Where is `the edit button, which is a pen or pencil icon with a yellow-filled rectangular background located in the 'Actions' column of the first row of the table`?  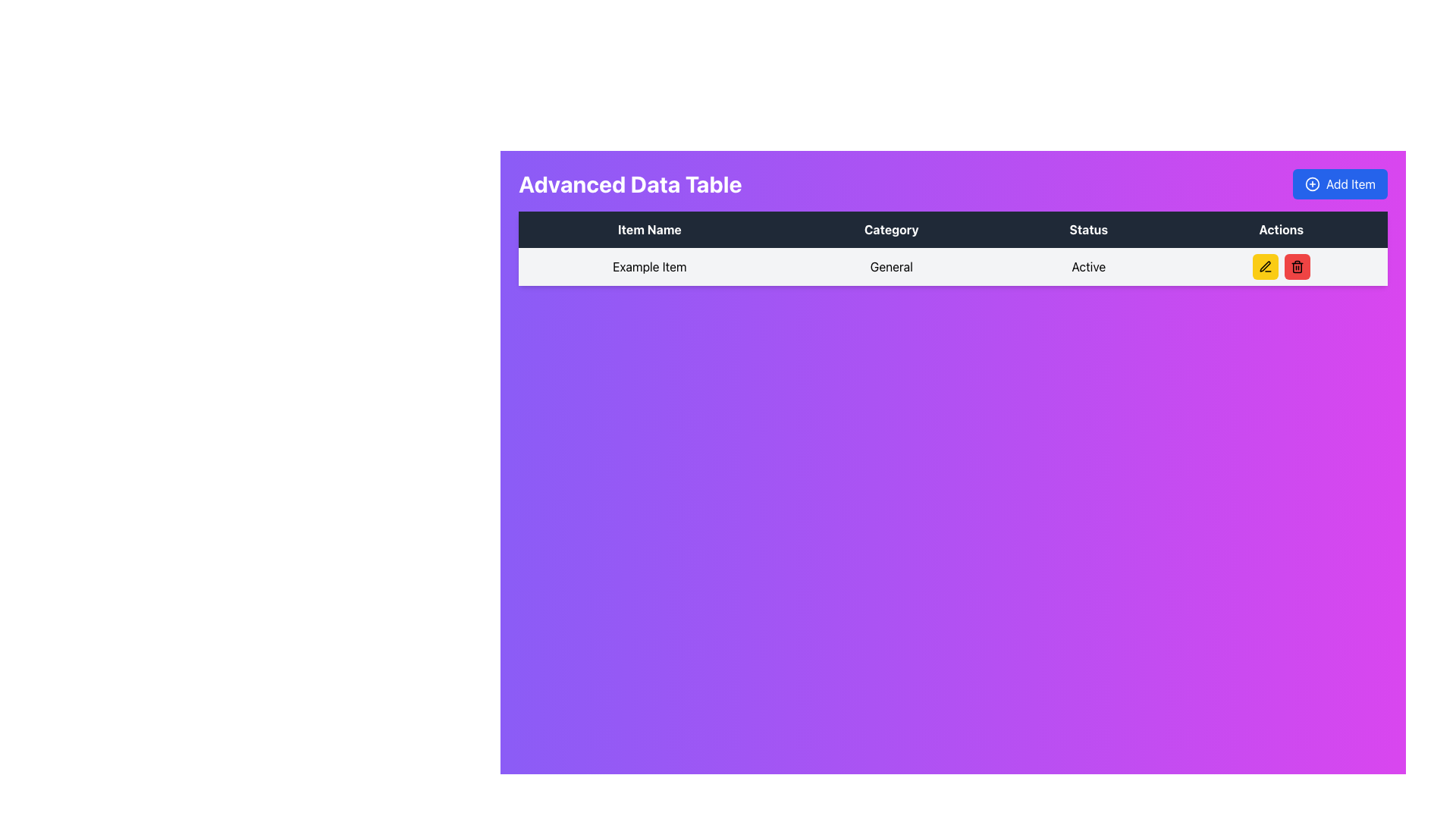
the edit button, which is a pen or pencil icon with a yellow-filled rectangular background located in the 'Actions' column of the first row of the table is located at coordinates (1265, 265).